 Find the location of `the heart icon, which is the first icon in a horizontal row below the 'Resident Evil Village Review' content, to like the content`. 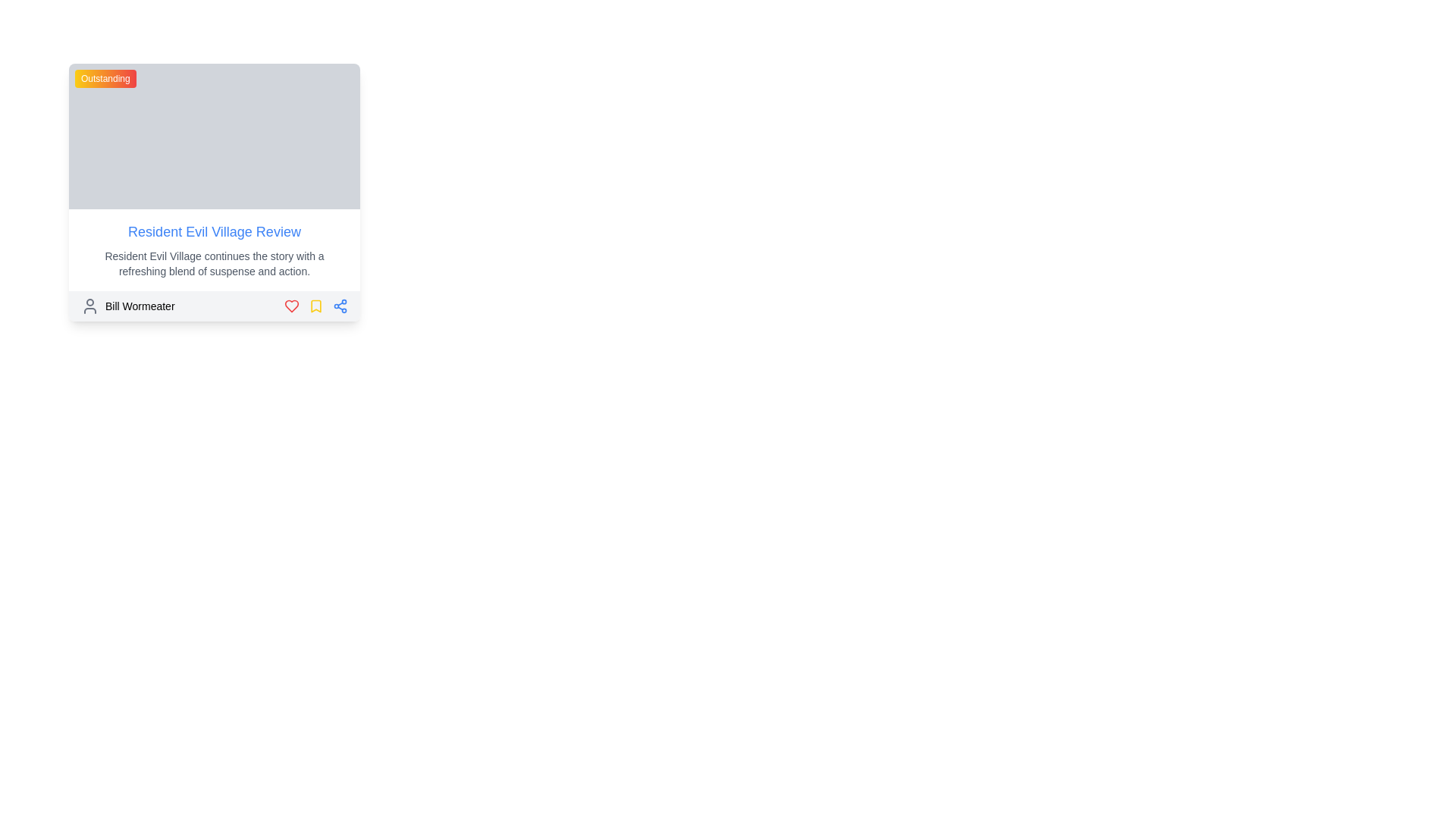

the heart icon, which is the first icon in a horizontal row below the 'Resident Evil Village Review' content, to like the content is located at coordinates (291, 306).